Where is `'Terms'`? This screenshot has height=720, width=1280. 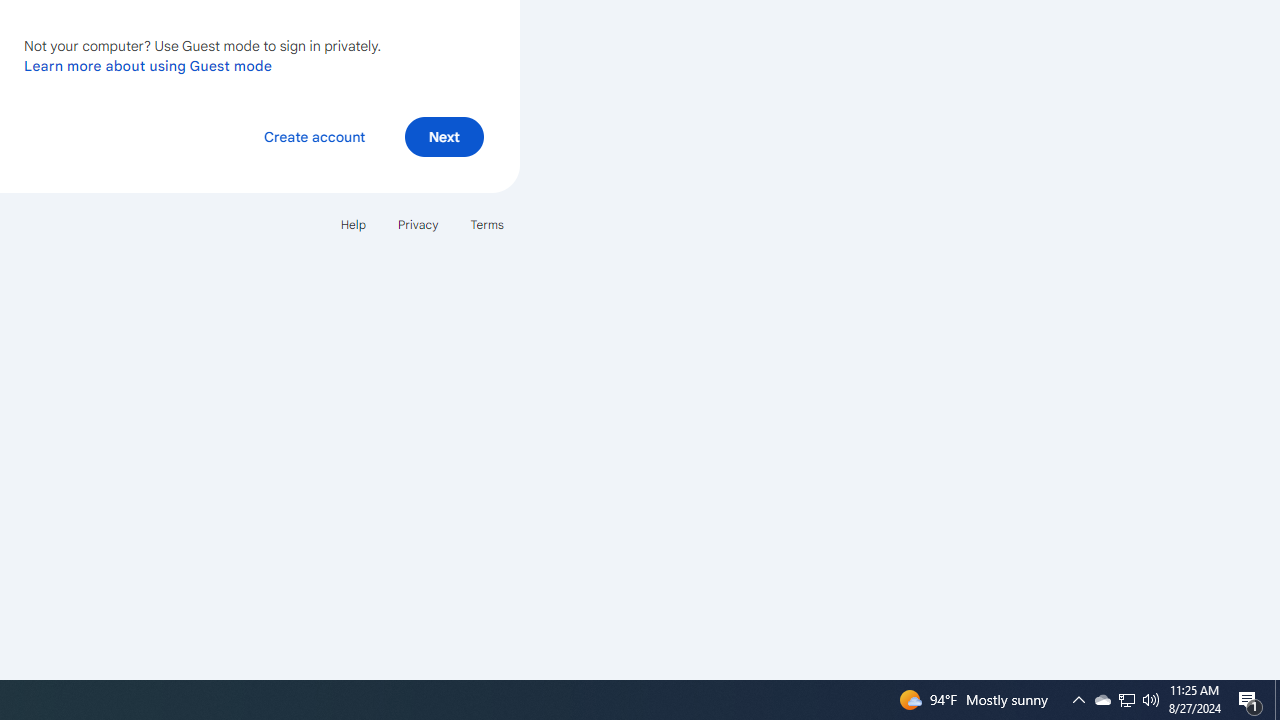 'Terms' is located at coordinates (487, 224).